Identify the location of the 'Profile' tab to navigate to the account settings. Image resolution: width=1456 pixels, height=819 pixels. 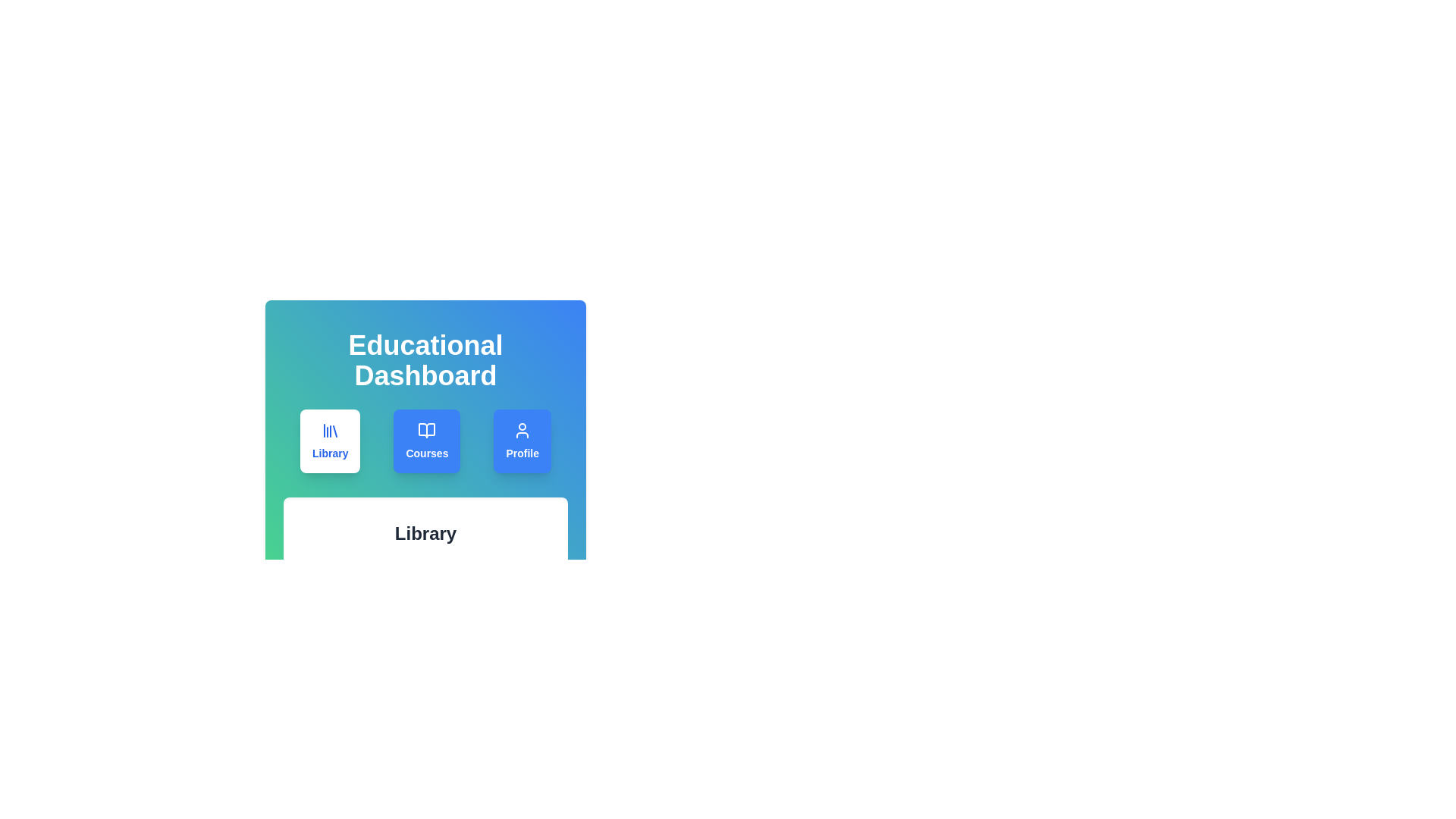
(522, 441).